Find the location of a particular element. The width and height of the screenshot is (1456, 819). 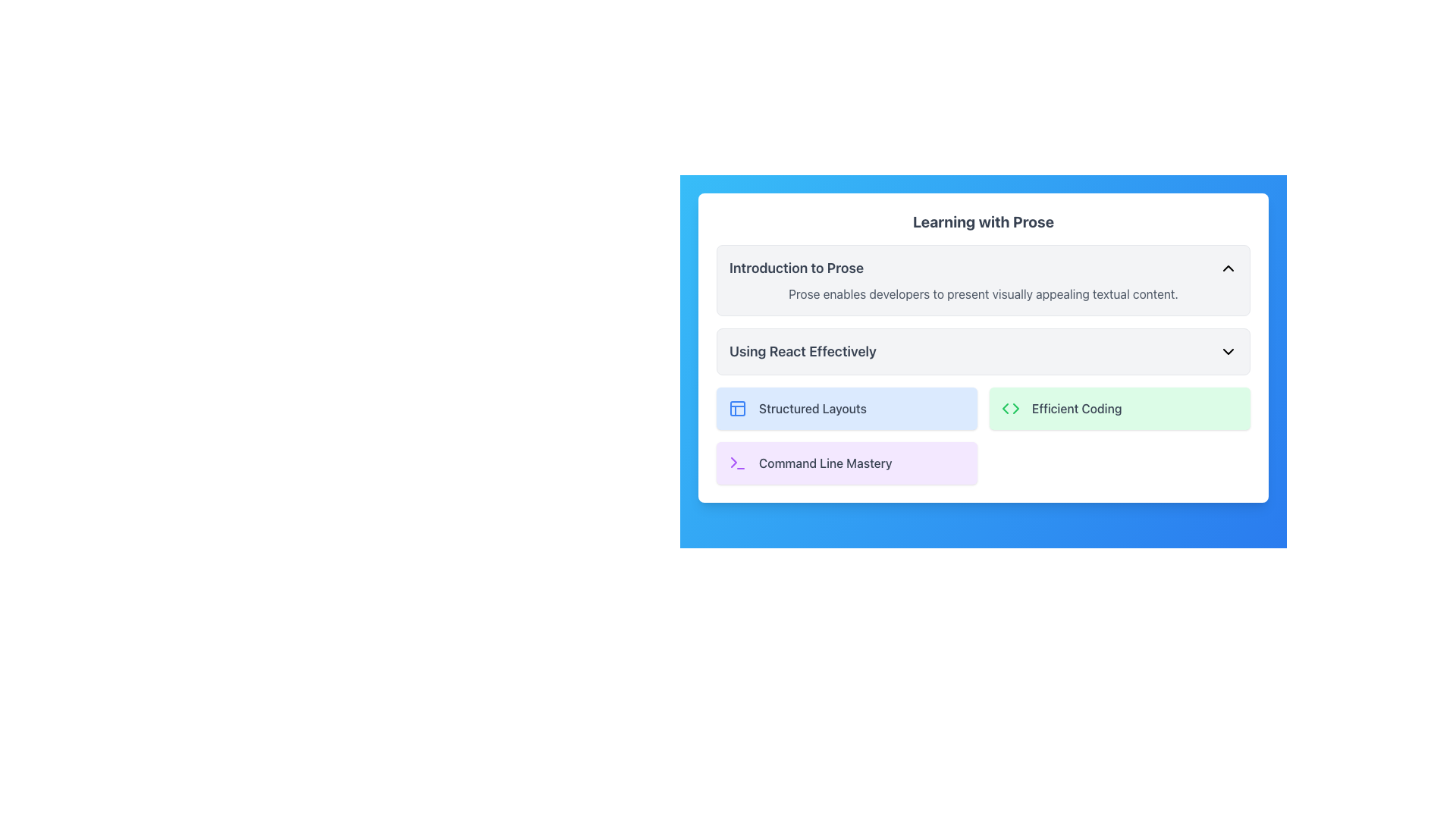

the Text Label displaying 'Command Line Mastery' within the purple rectangular card with rounded borders is located at coordinates (824, 462).